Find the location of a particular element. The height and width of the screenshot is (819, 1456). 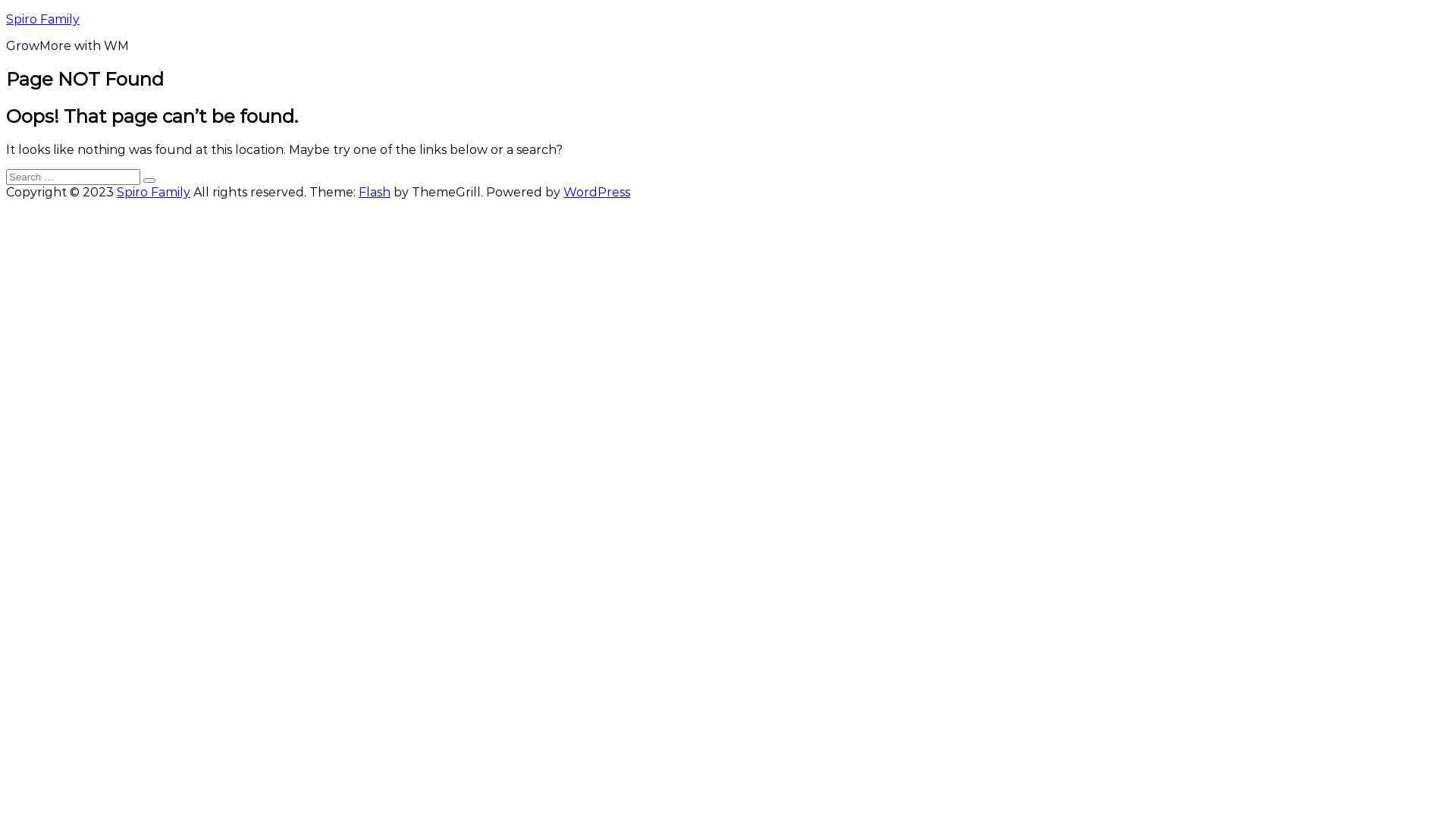

'WordPress' is located at coordinates (596, 191).